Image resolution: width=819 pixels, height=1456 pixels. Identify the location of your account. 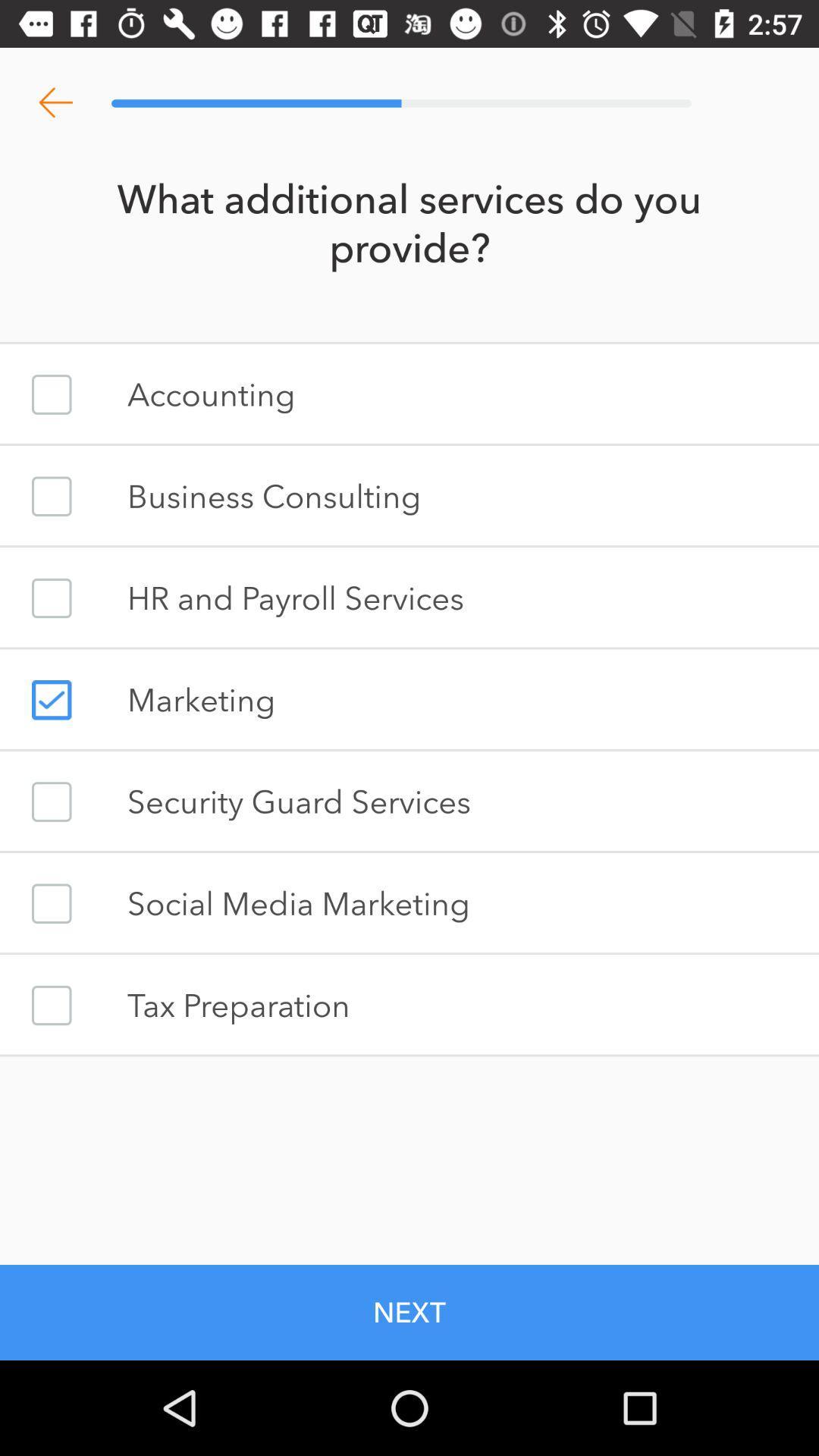
(51, 394).